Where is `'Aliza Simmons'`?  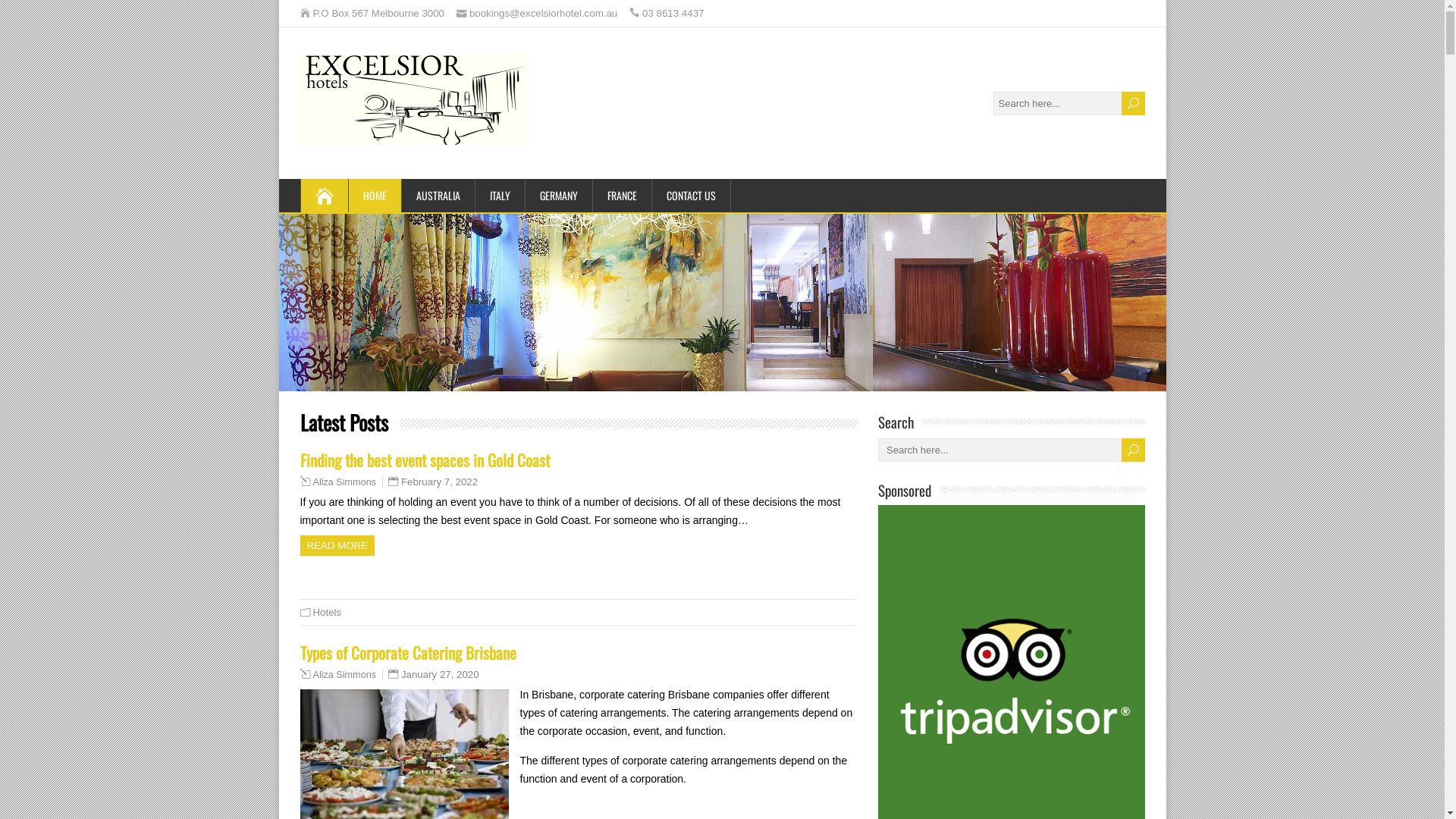
'Aliza Simmons' is located at coordinates (344, 674).